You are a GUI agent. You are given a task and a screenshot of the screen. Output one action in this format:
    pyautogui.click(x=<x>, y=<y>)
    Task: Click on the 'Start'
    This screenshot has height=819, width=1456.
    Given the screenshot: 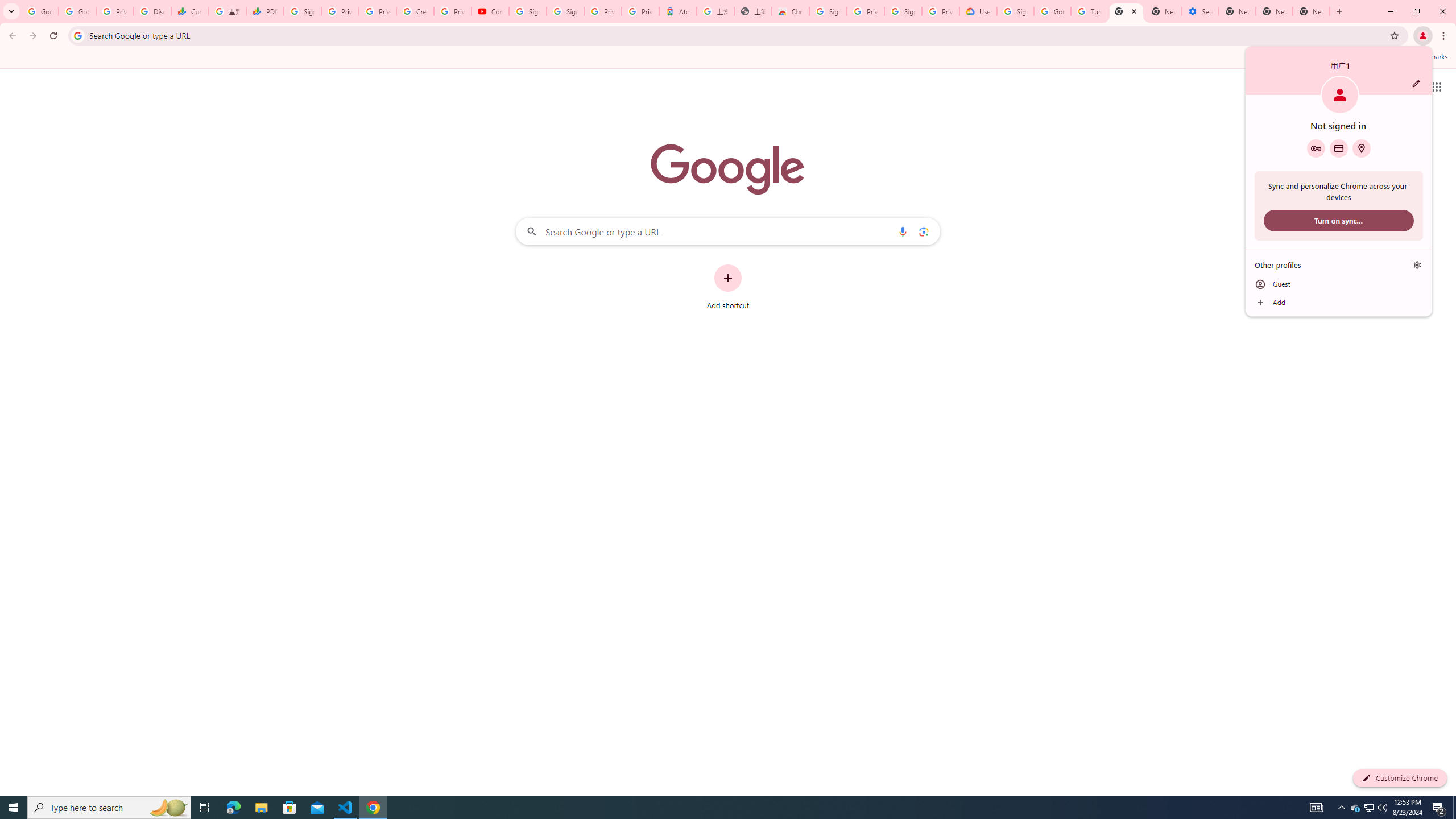 What is the action you would take?
    pyautogui.click(x=14, y=806)
    